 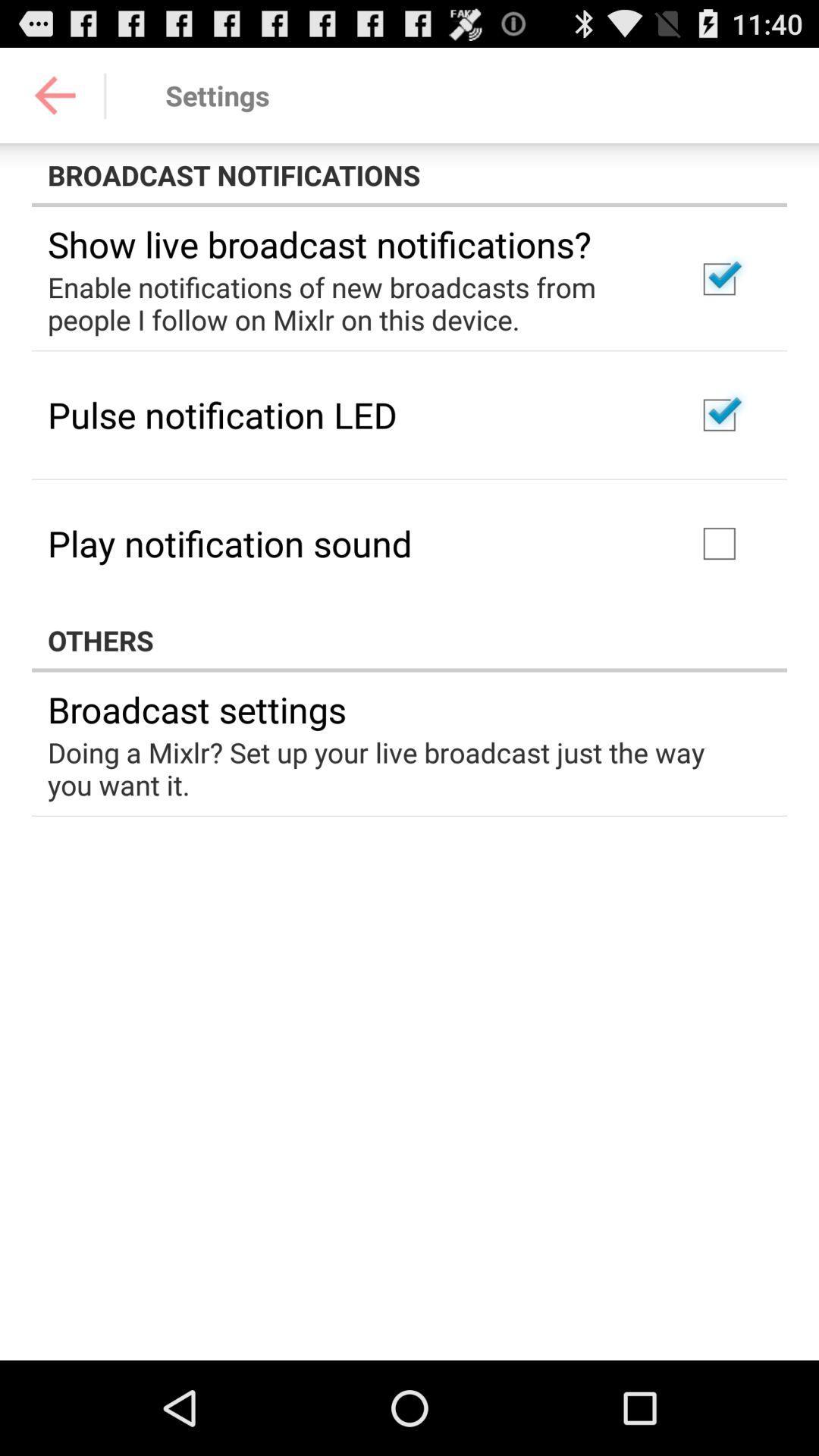 What do you see at coordinates (196, 708) in the screenshot?
I see `the icon above the doing a mixlr` at bounding box center [196, 708].